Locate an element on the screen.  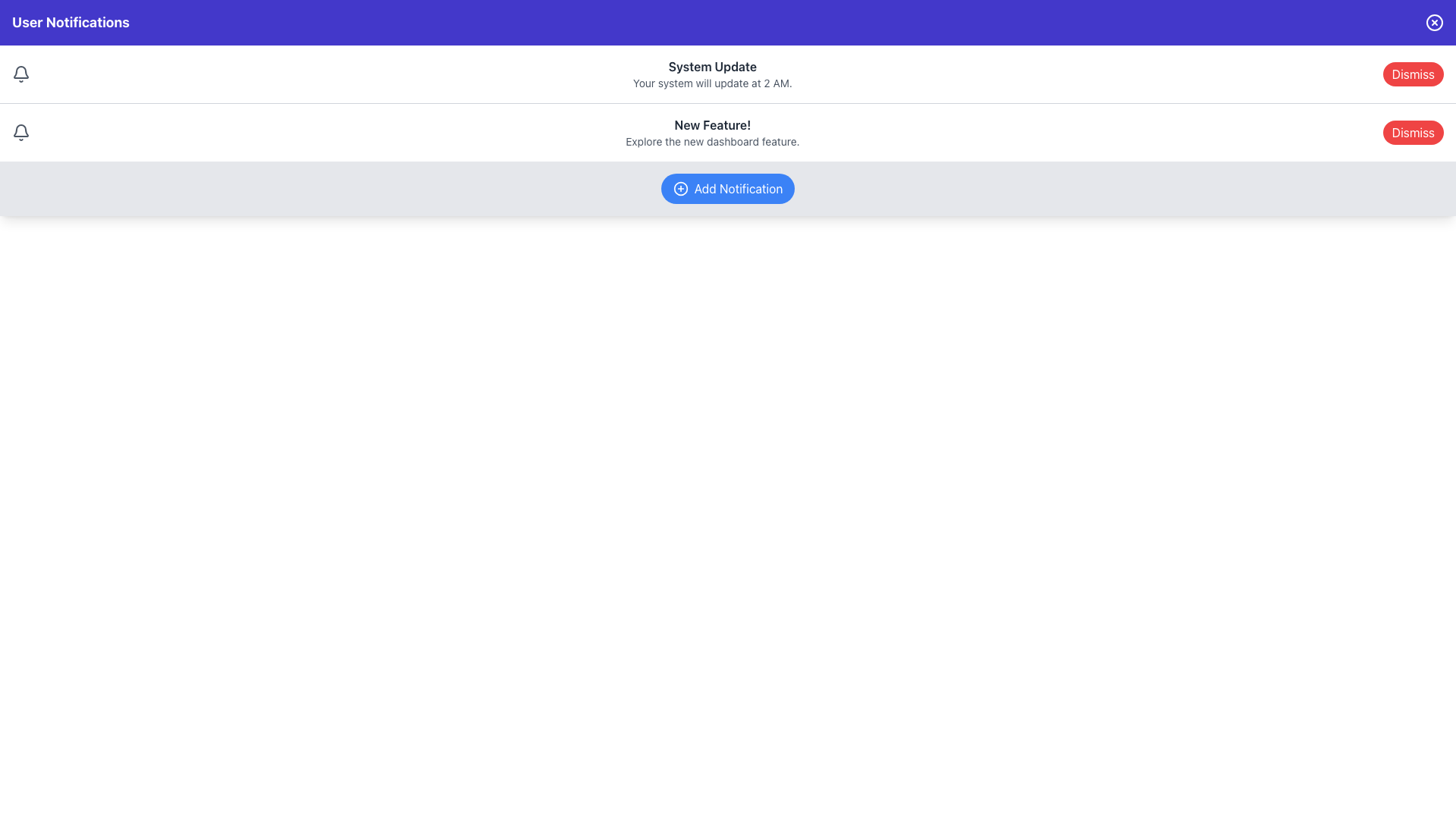
the bell icon representing notifications or alerts on the notification card containing 'System Update' and 'Your system will update at 2 AM.' is located at coordinates (21, 74).